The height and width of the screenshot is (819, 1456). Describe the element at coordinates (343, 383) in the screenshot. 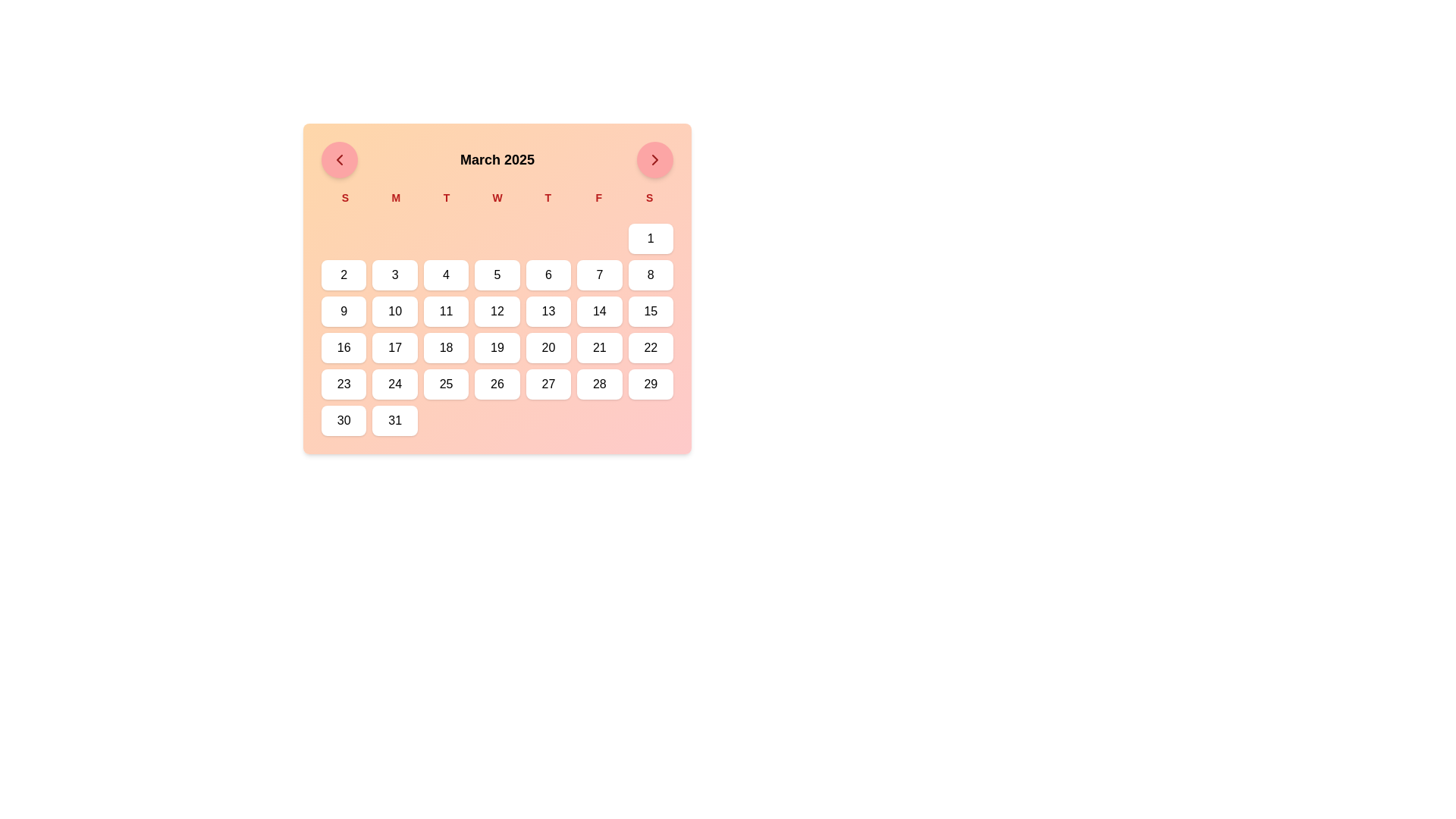

I see `the button representing the 23rd day in the calendar view located in the fifth row and first column of the grid` at that location.